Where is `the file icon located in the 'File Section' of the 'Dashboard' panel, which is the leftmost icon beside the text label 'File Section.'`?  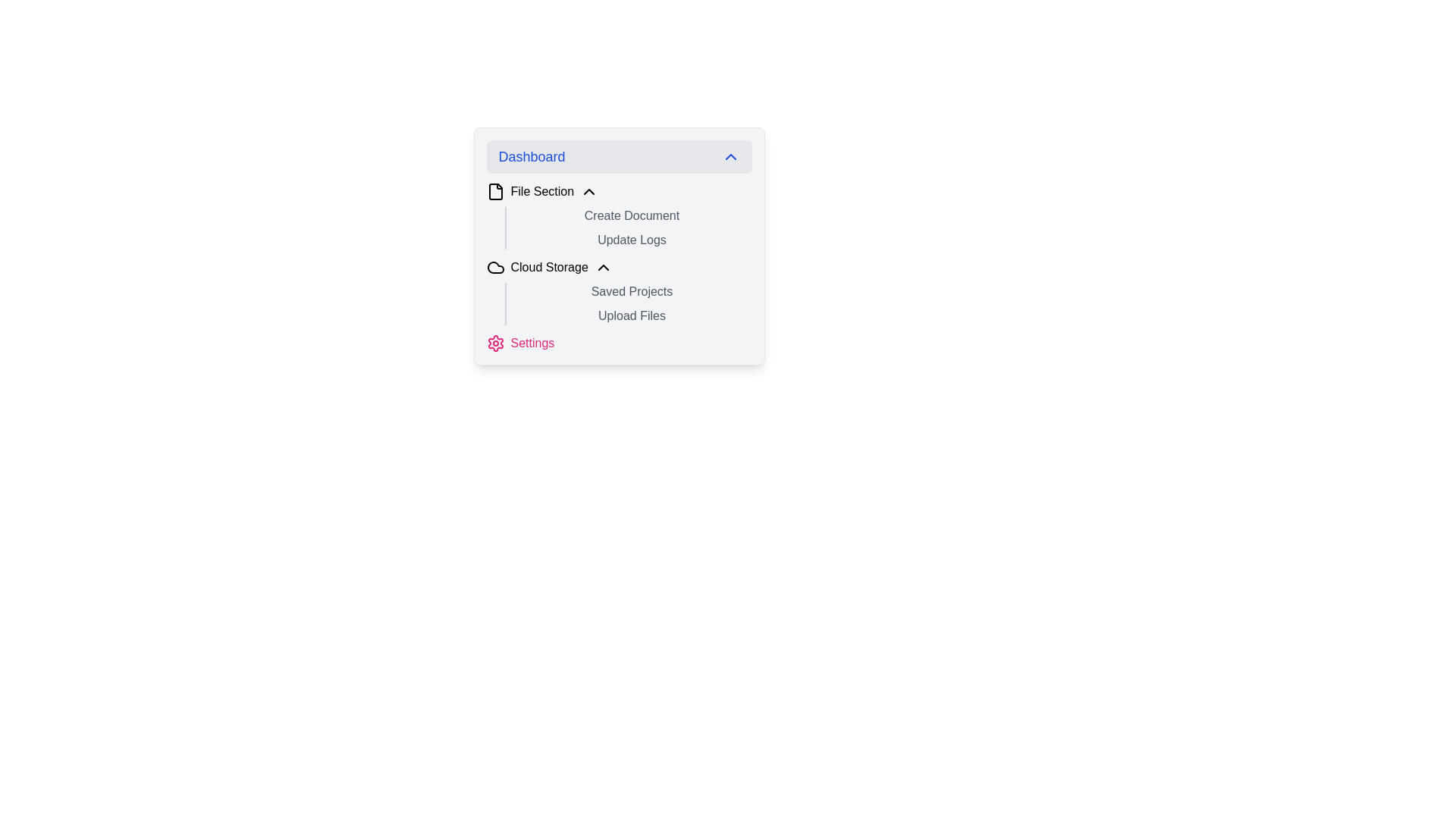 the file icon located in the 'File Section' of the 'Dashboard' panel, which is the leftmost icon beside the text label 'File Section.' is located at coordinates (495, 191).